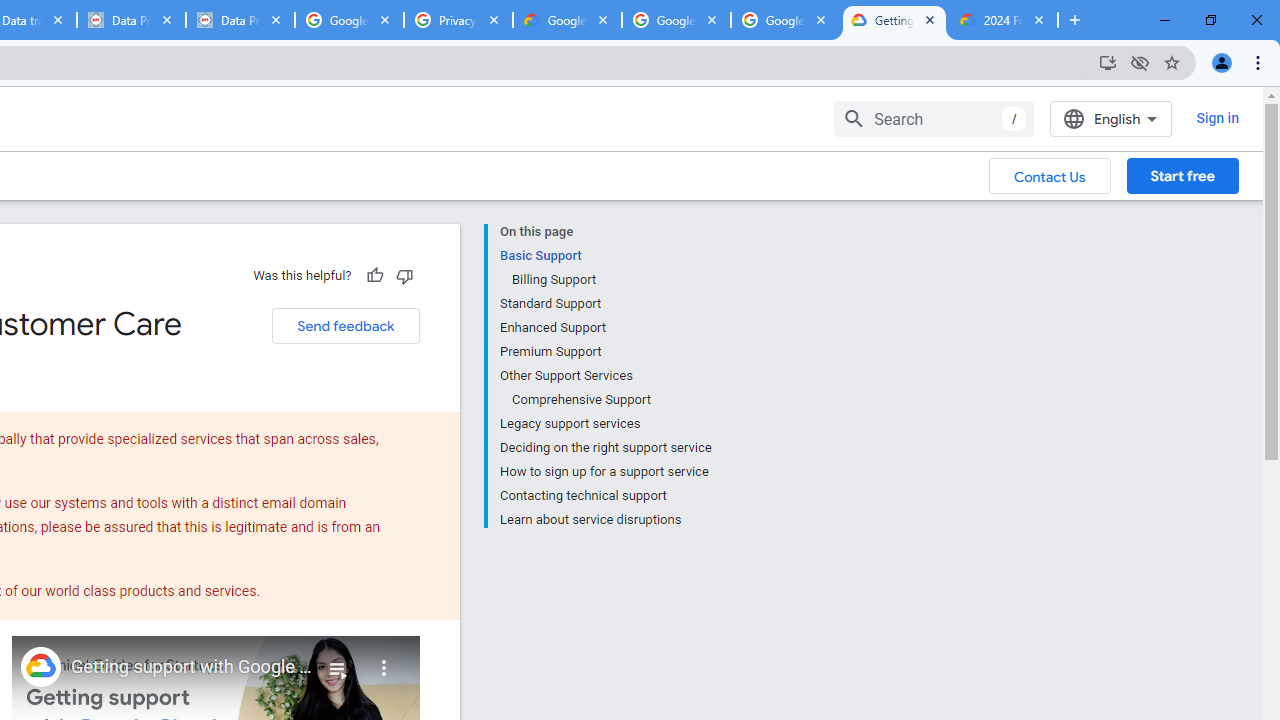 Image resolution: width=1280 pixels, height=720 pixels. Describe the element at coordinates (676, 20) in the screenshot. I see `'Google Workspace - Specific Terms'` at that location.